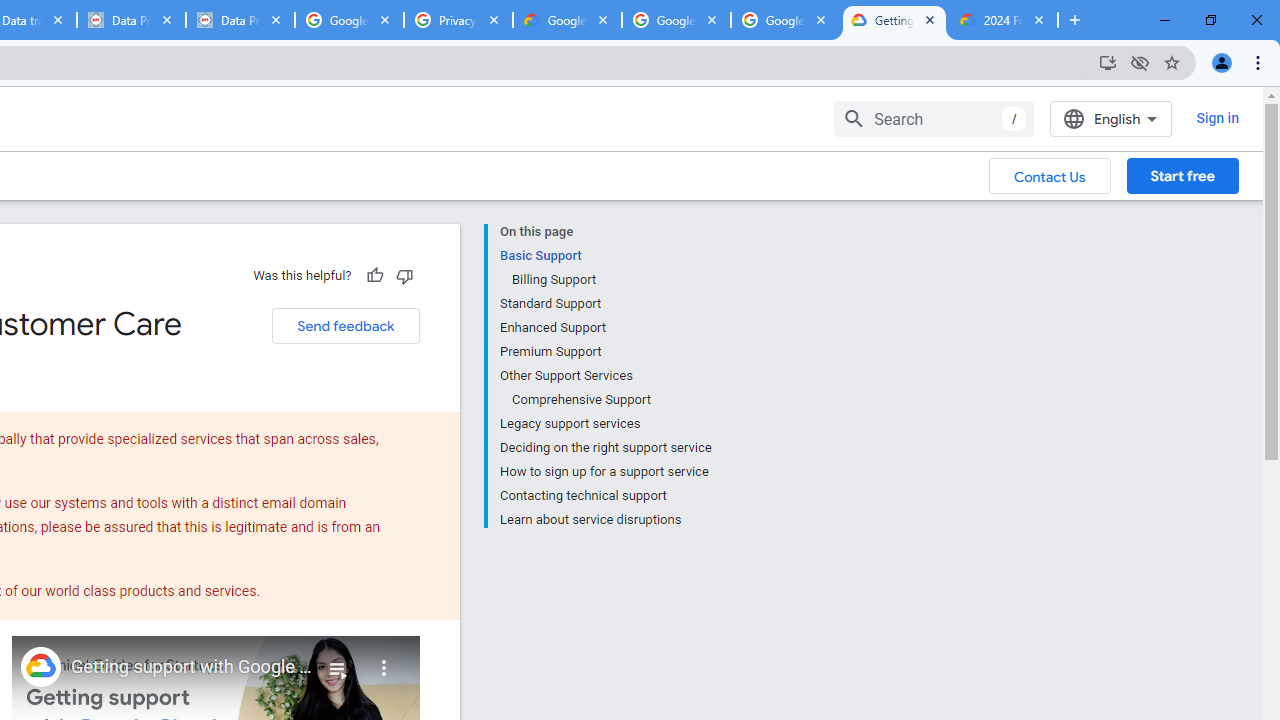 Image resolution: width=1280 pixels, height=720 pixels. Describe the element at coordinates (676, 20) in the screenshot. I see `'Google Workspace - Specific Terms'` at that location.